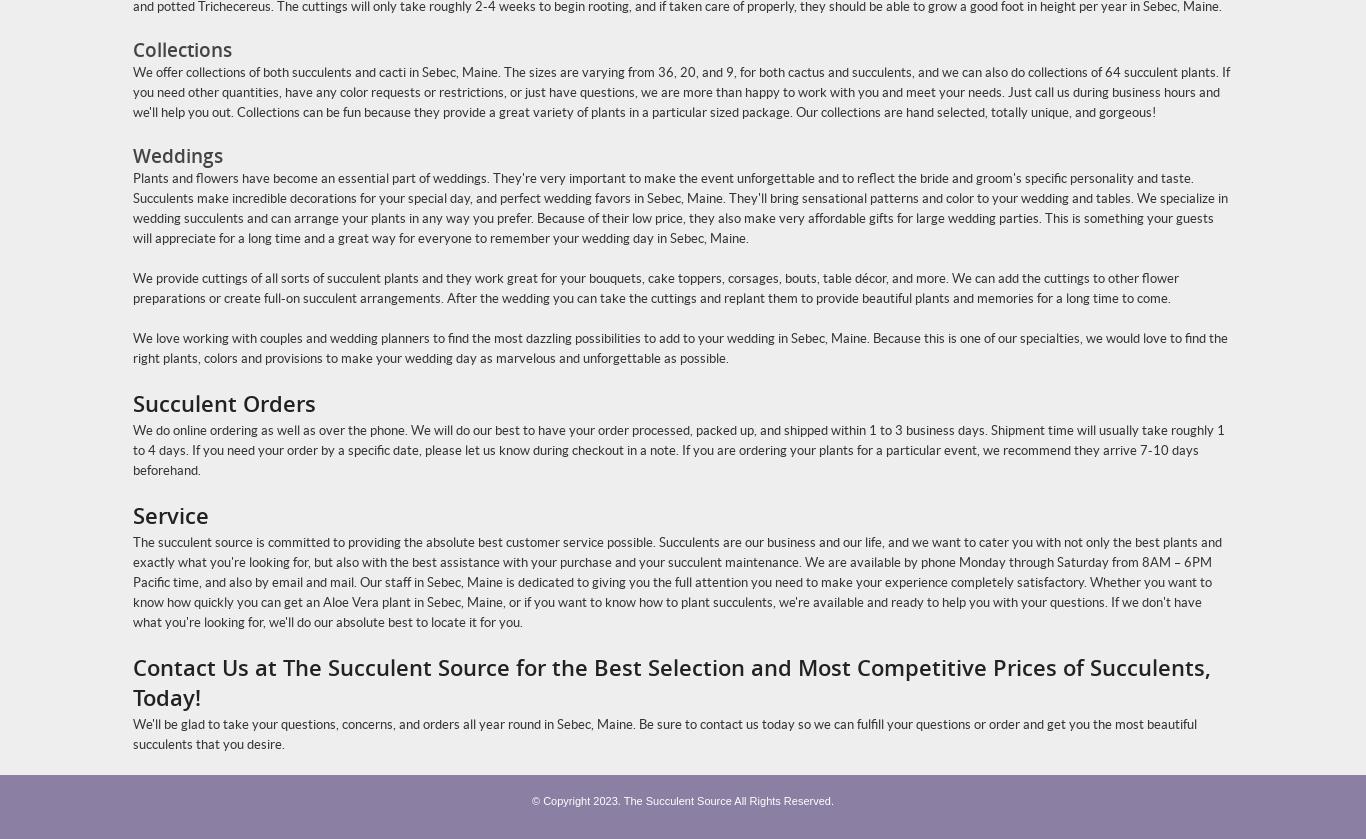  Describe the element at coordinates (679, 208) in the screenshot. I see `'Plants and flowers have become an essential part of weddings. They're very important to make the event unforgettable and to reflect the bride and groom's specific personality and taste. Succulents make incredible decorations for your special day, and perfect wedding favors in Sebec, Maine. They'll bring sensational patterns and color to your wedding and tables. We specialize in wedding succulents and can arrange your plants in any way you prefer. Because of their low price, they also make very affordable gifts for large wedding parties. This is something your guests will appreciate for a long time and a great way for everyone to remember your wedding day in Sebec, Maine.'` at that location.